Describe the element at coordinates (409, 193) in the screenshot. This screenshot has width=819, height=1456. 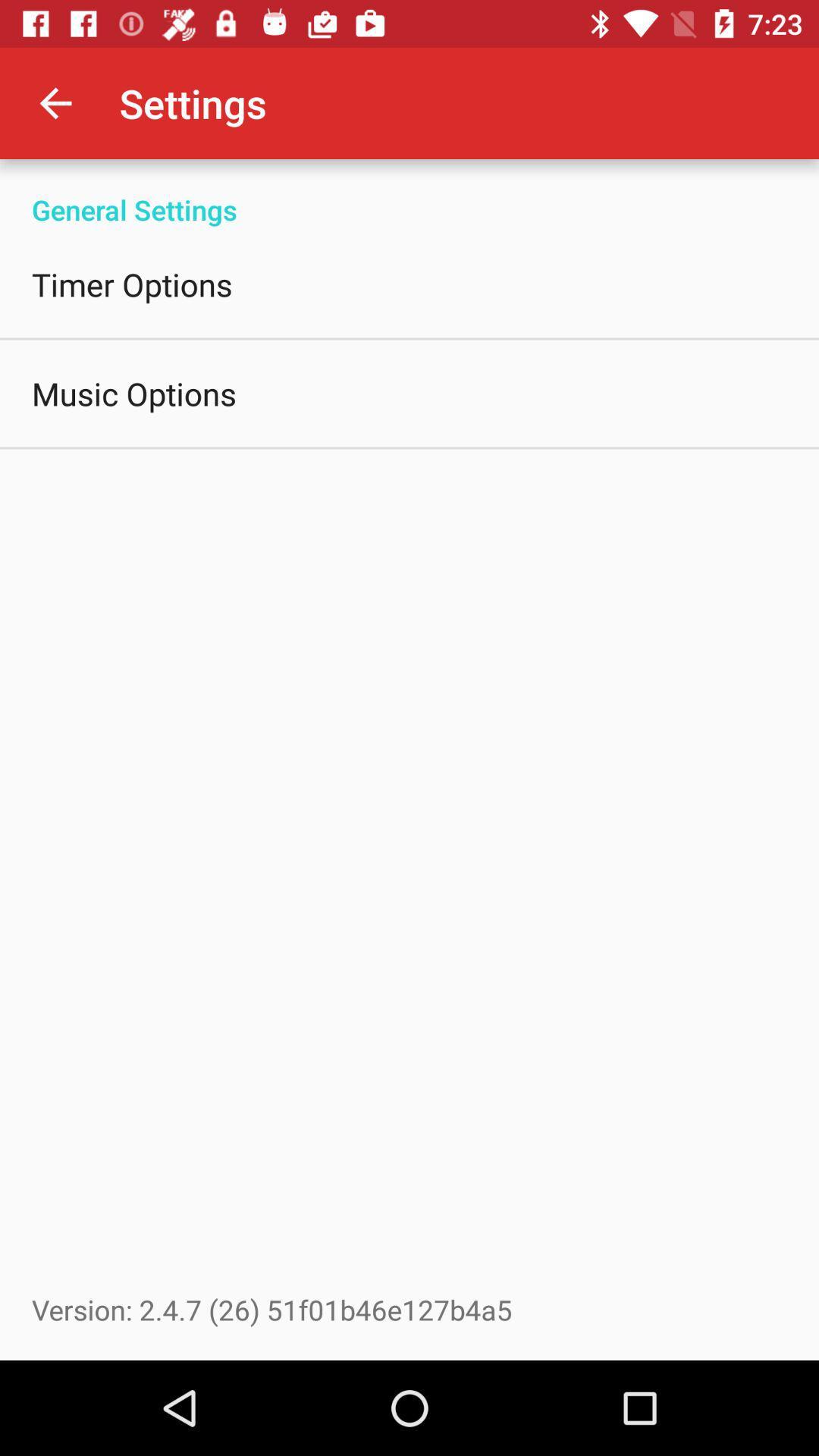
I see `general settings` at that location.